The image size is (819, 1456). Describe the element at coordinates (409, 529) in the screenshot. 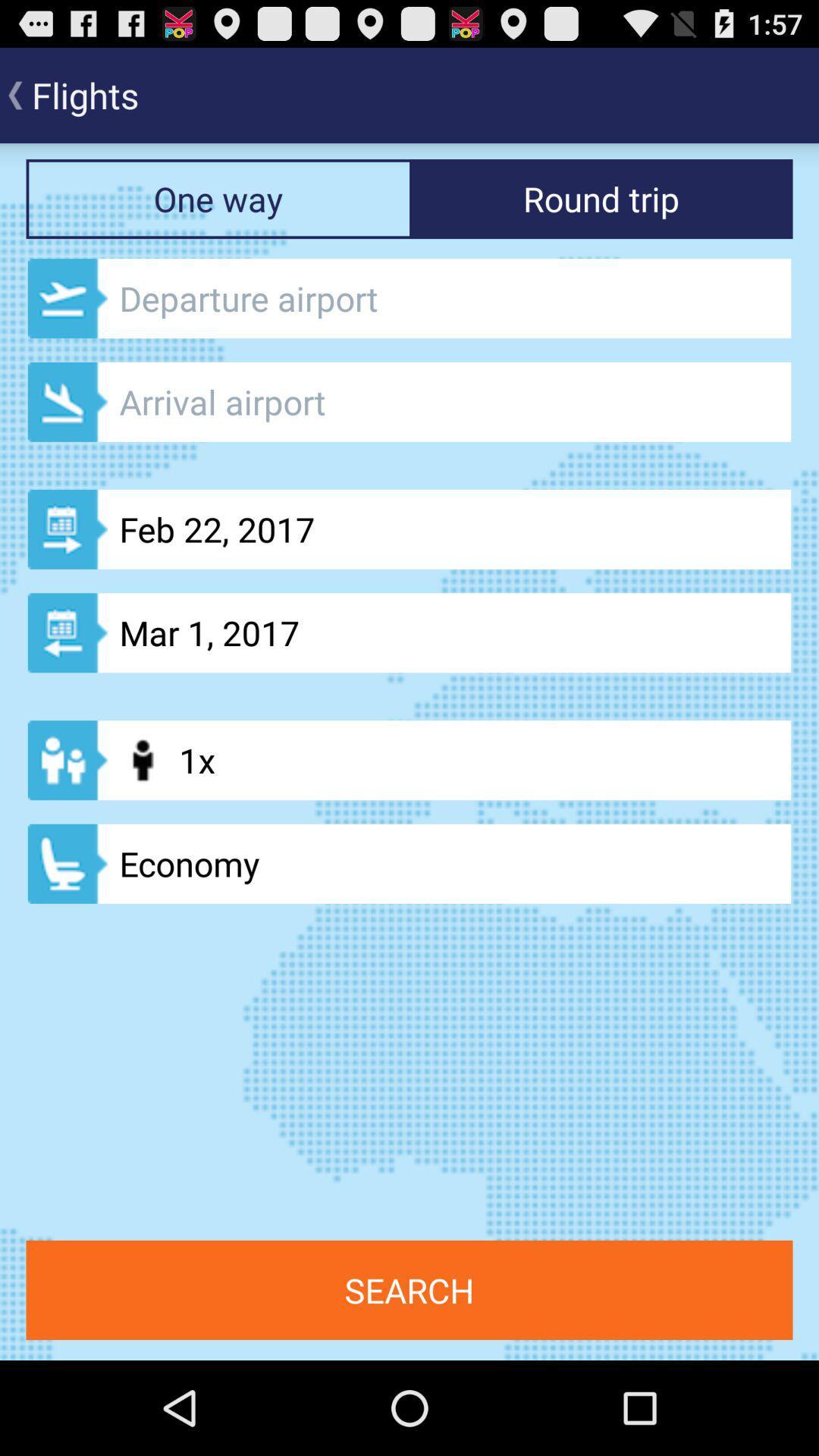

I see `the button which is above the mar 1 2017` at that location.